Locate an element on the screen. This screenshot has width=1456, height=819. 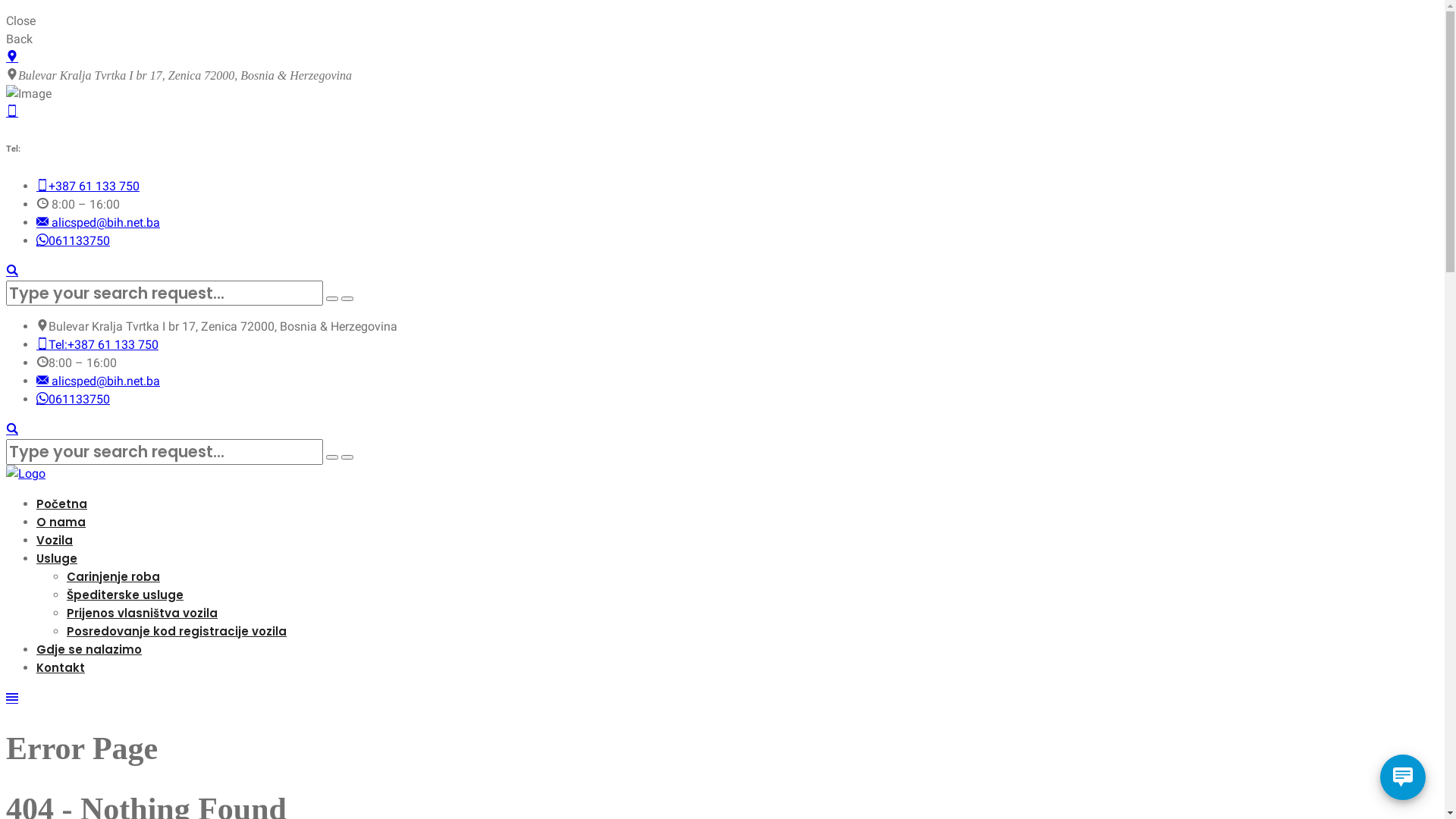
'alicsped@bih.net.ba' is located at coordinates (97, 222).